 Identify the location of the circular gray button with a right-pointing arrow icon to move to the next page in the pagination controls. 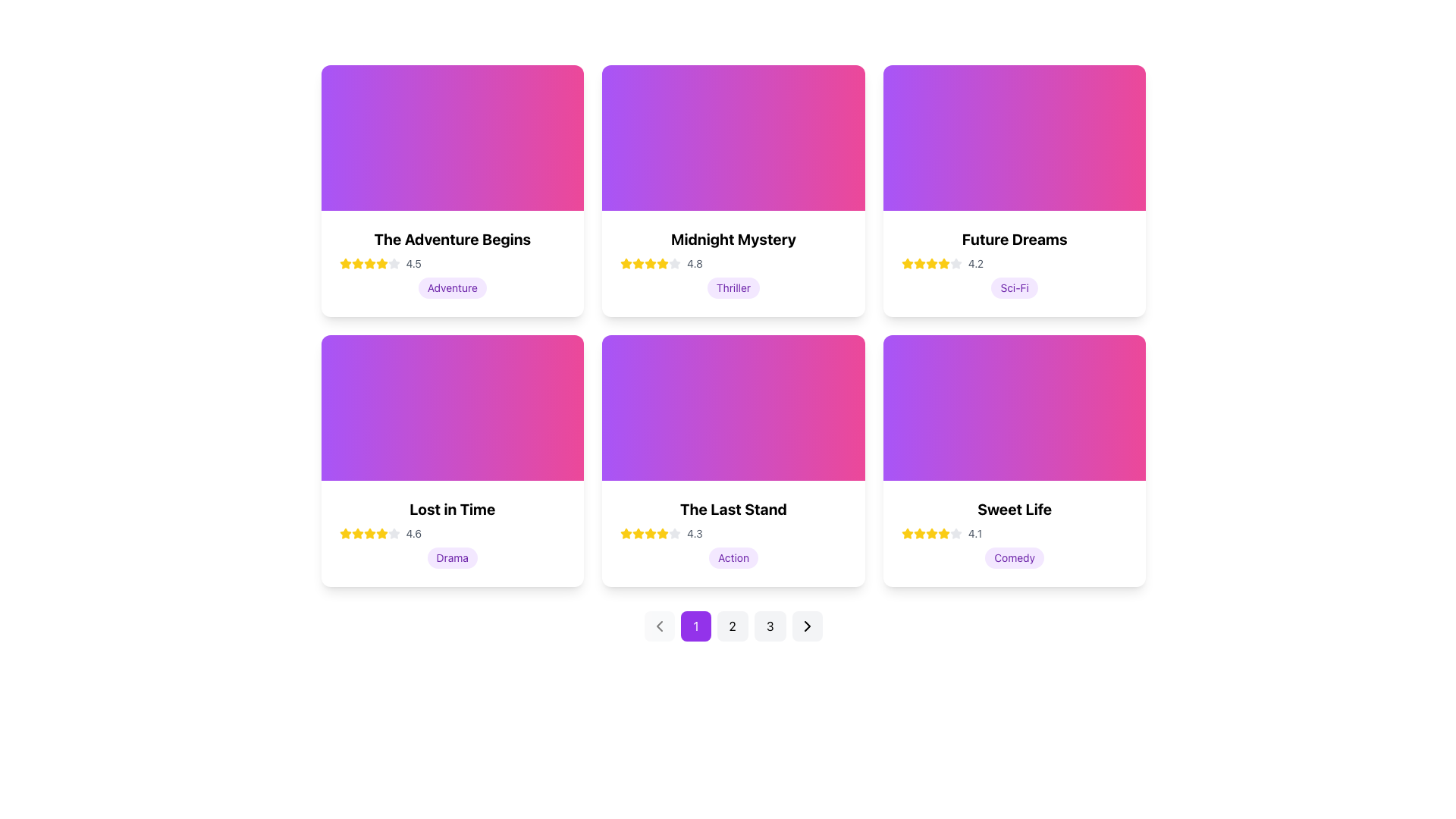
(806, 626).